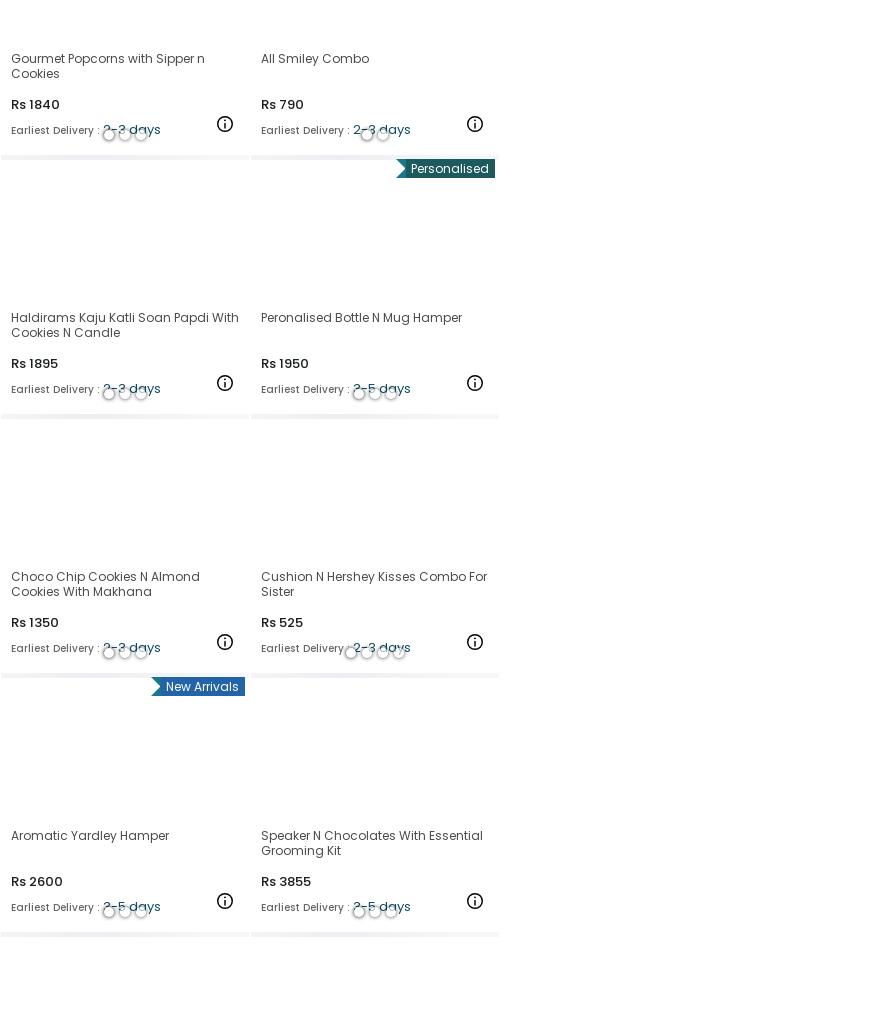 The width and height of the screenshot is (890, 1022). What do you see at coordinates (106, 65) in the screenshot?
I see `'Gourmet Popcorns with Sipper n Cookies'` at bounding box center [106, 65].